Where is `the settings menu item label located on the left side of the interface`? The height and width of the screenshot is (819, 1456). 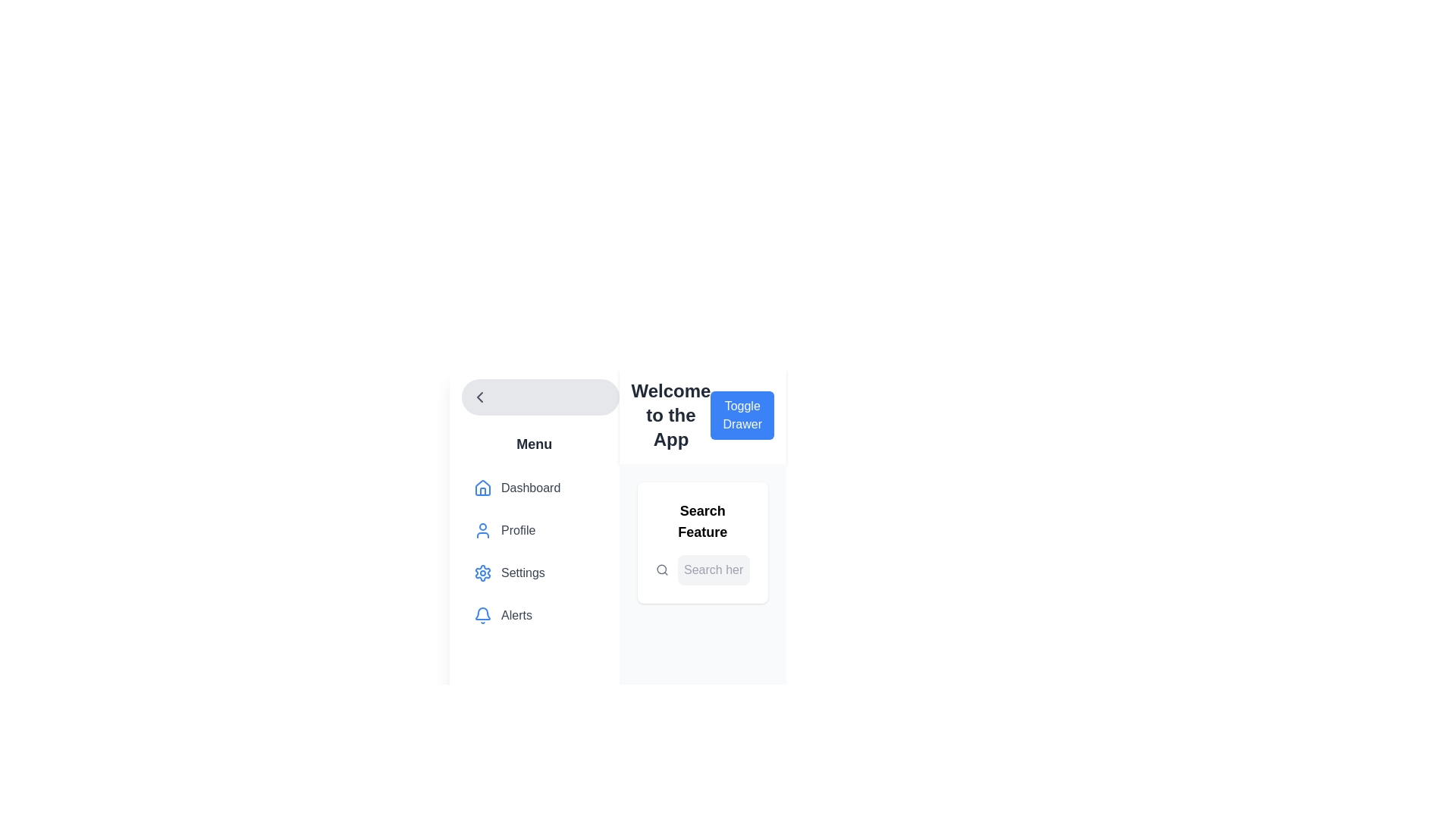
the settings menu item label located on the left side of the interface is located at coordinates (522, 573).